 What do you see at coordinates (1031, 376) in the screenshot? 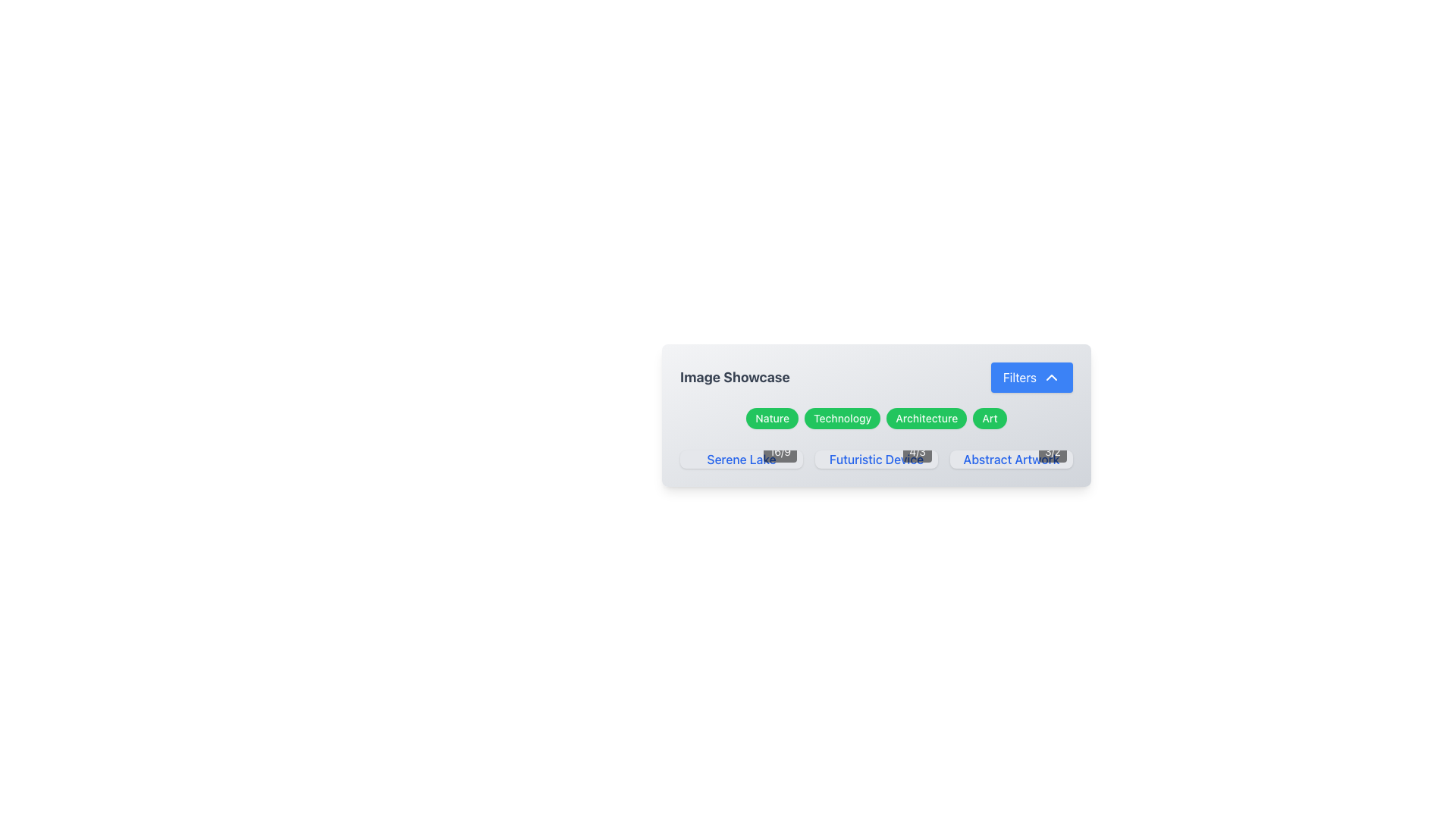
I see `the blue rectangular button labeled 'Filters' located on the right side of the header row titled 'Image Showcase' for accessibility navigation` at bounding box center [1031, 376].